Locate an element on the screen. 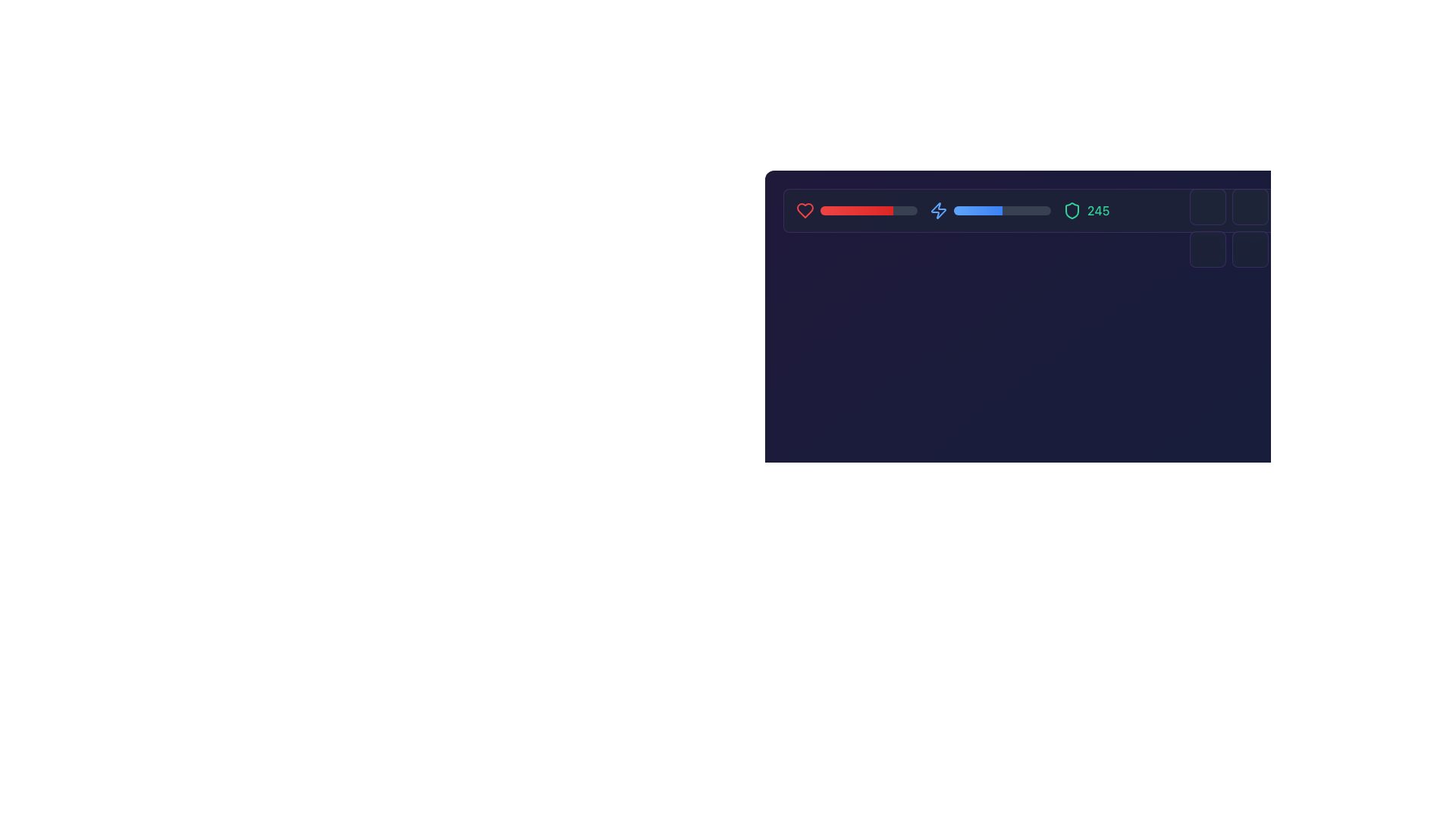 This screenshot has width=1456, height=819. the health bar value is located at coordinates (864, 210).